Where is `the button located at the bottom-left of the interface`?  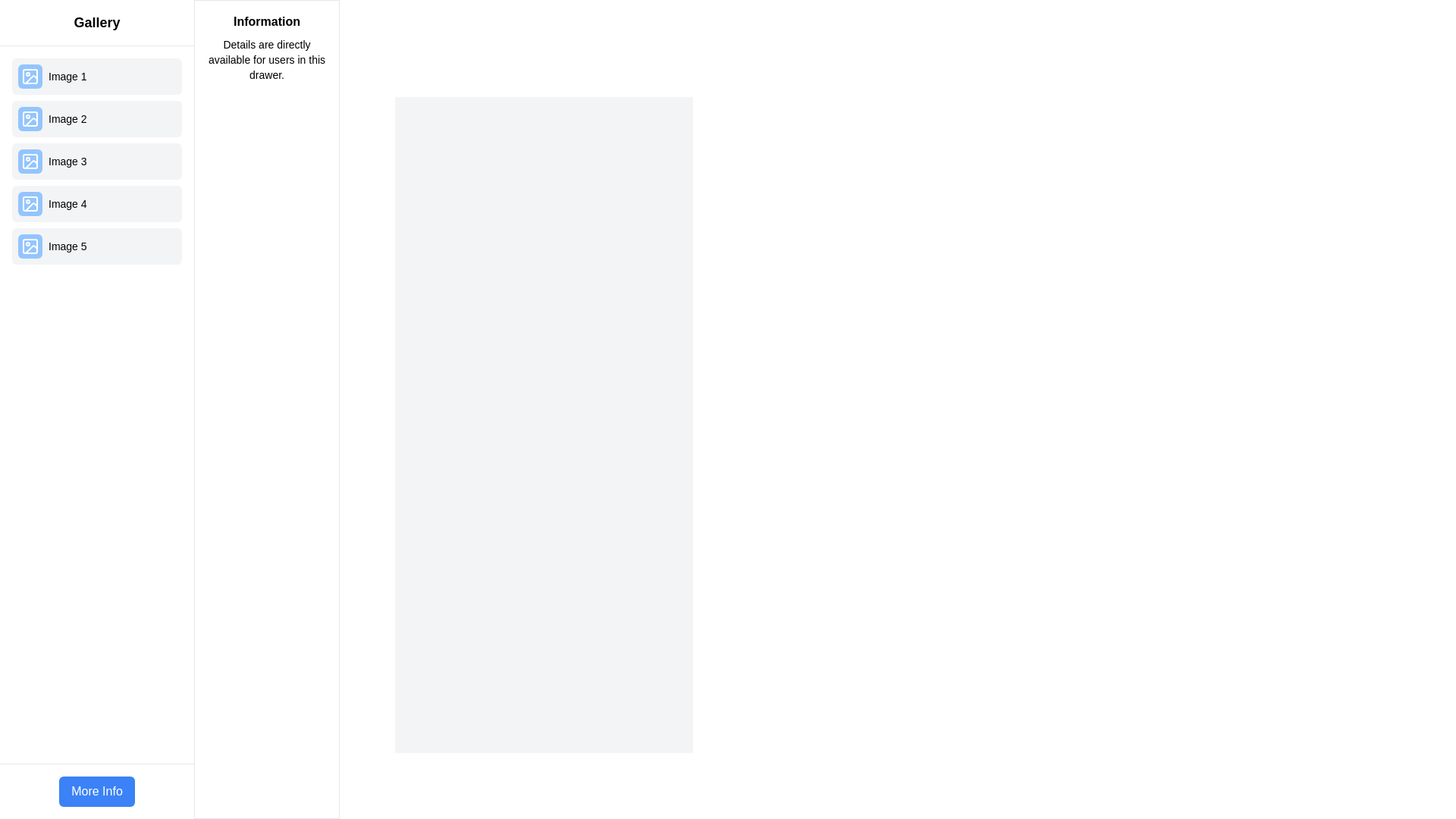
the button located at the bottom-left of the interface is located at coordinates (96, 791).